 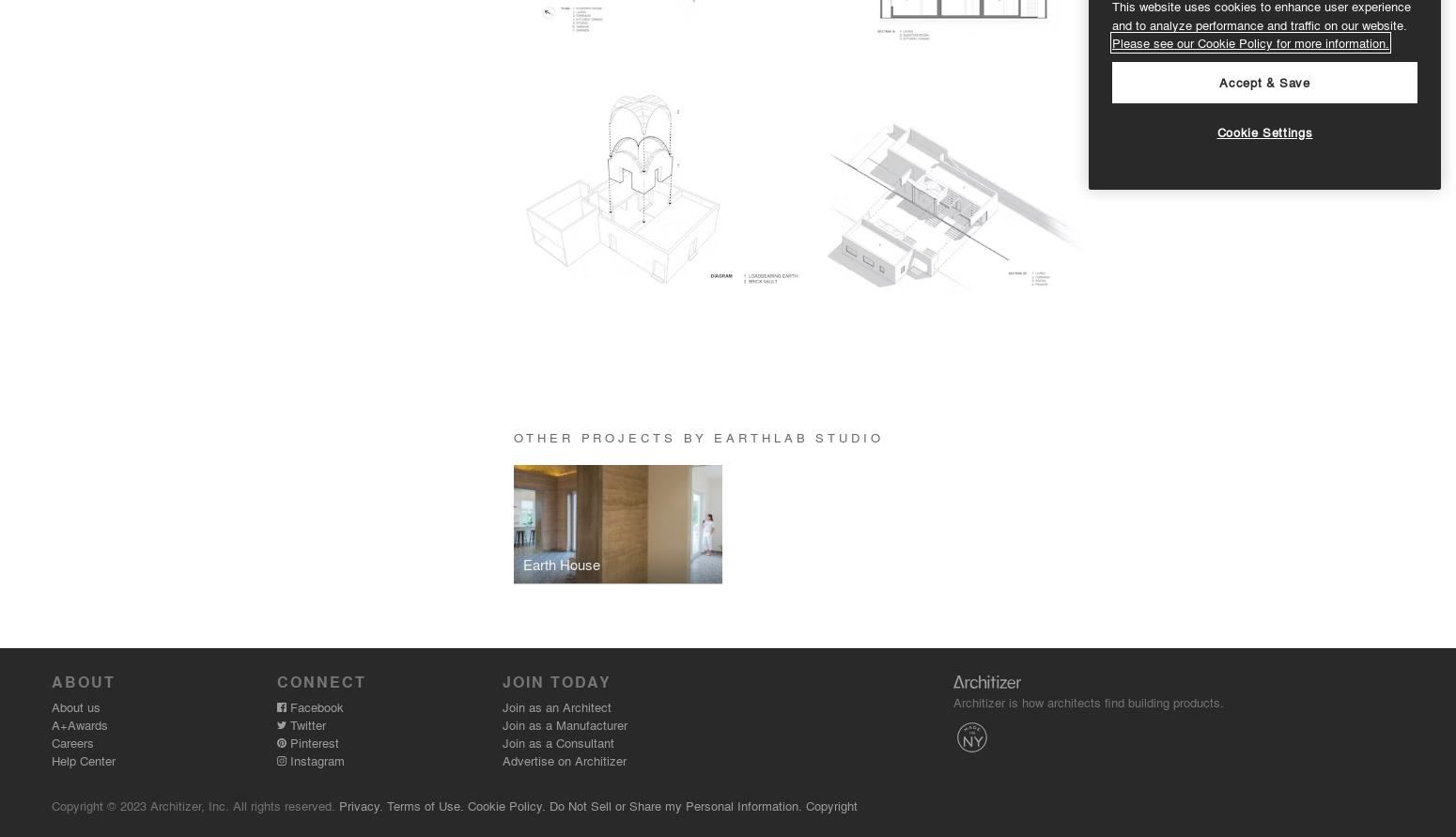 I want to click on 'Twitter', so click(x=304, y=723).